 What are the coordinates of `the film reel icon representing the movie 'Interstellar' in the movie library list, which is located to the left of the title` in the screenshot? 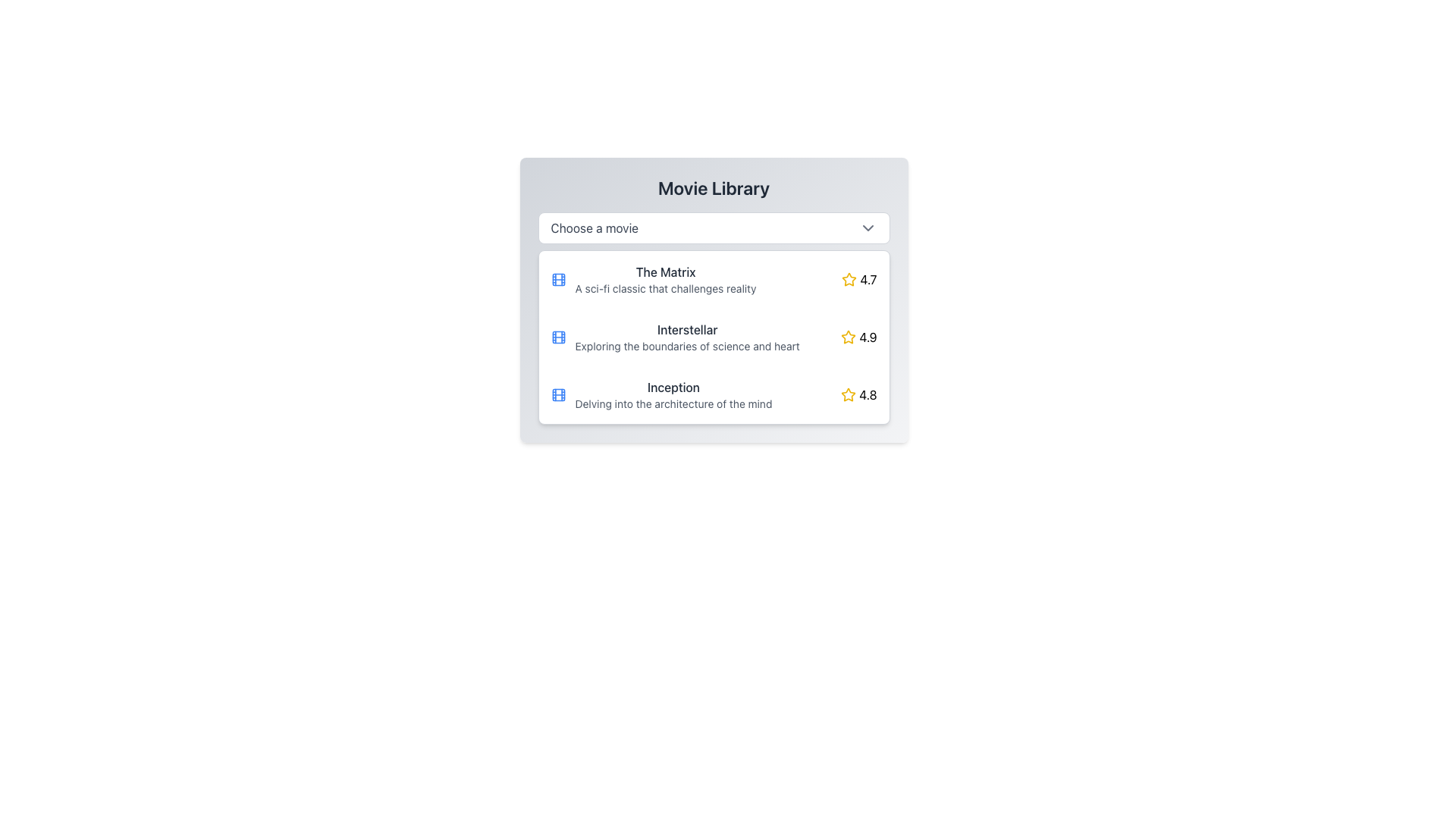 It's located at (557, 336).